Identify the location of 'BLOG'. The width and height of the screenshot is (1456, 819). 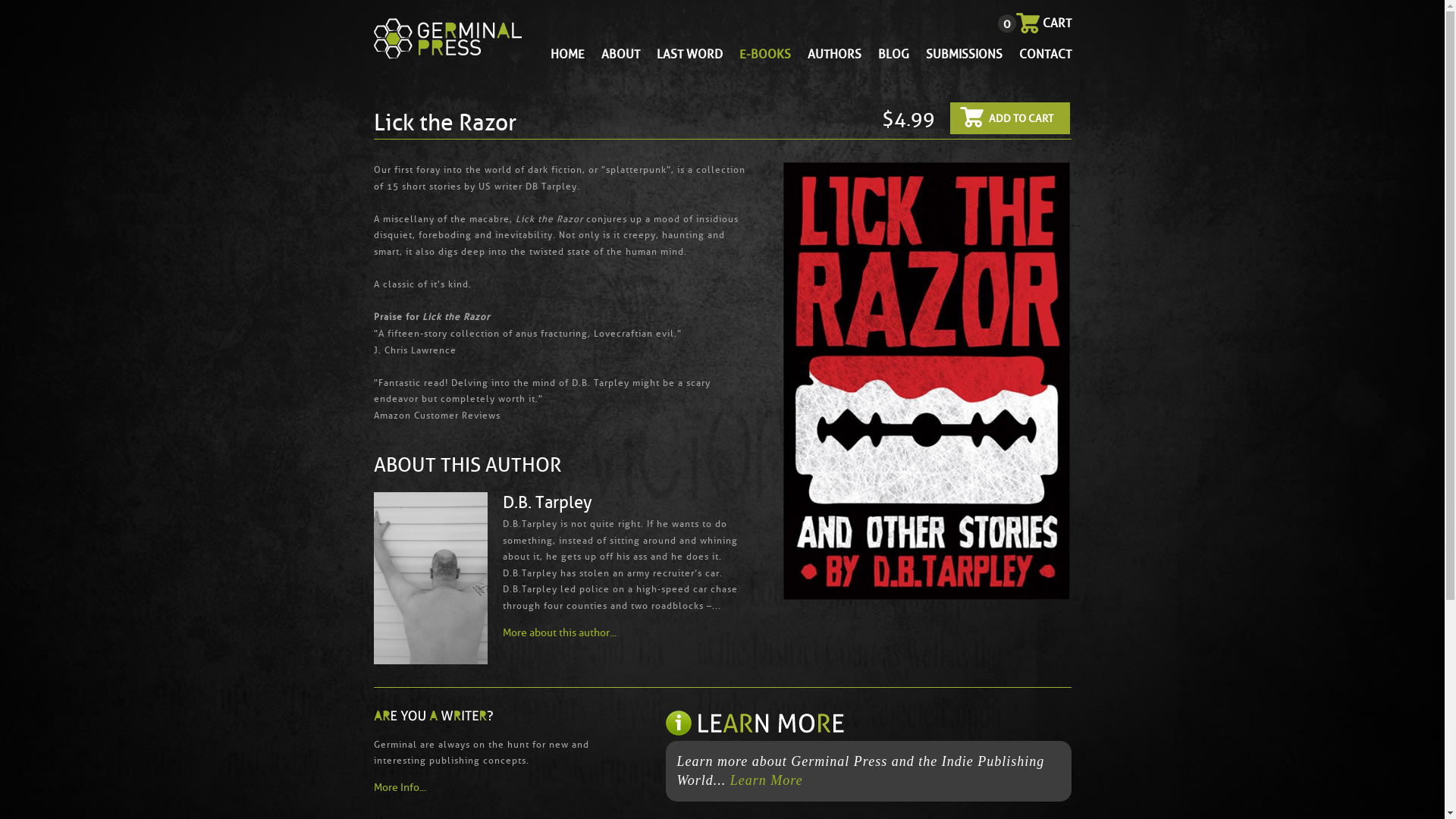
(893, 53).